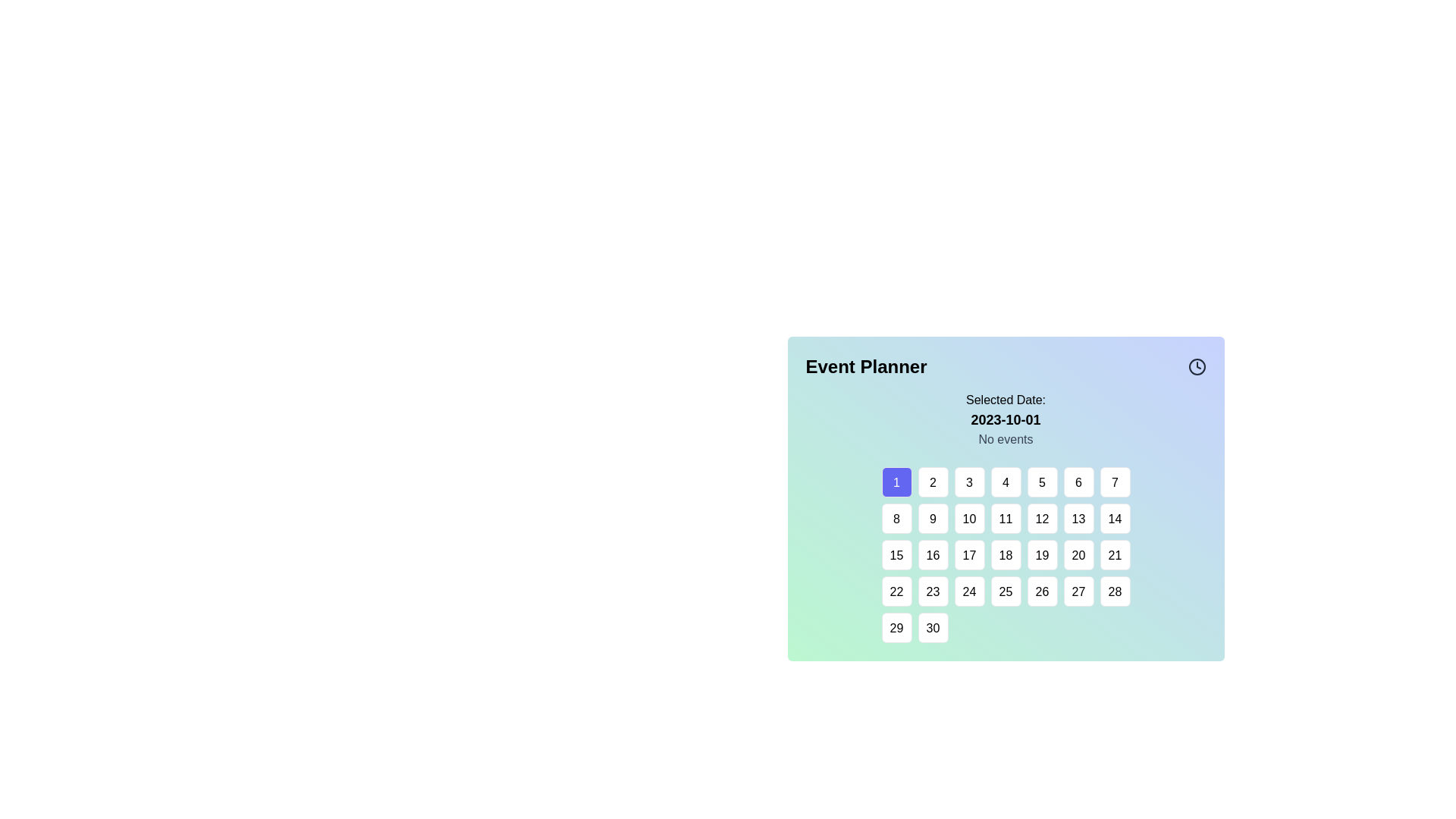 This screenshot has width=1456, height=819. I want to click on the square-shaped button labeled '16' that is located in the third row and second column of the grid, so click(932, 555).